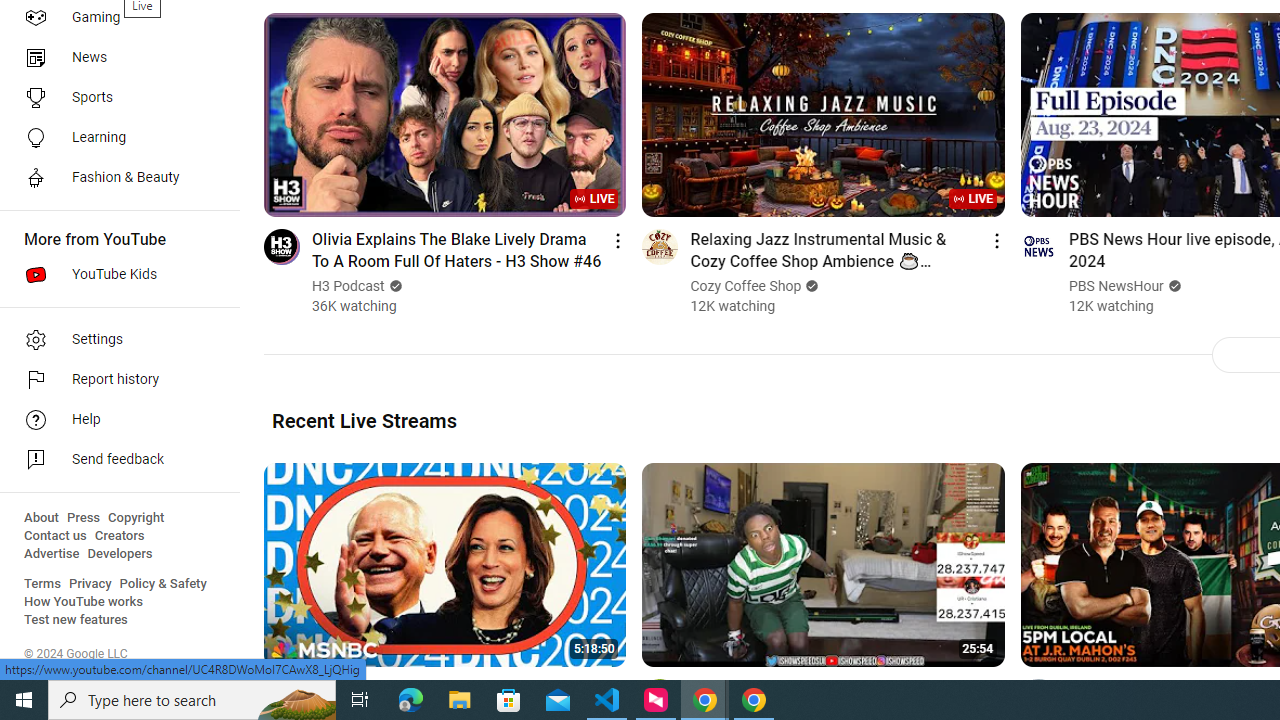 The width and height of the screenshot is (1280, 720). I want to click on 'Terms', so click(42, 584).